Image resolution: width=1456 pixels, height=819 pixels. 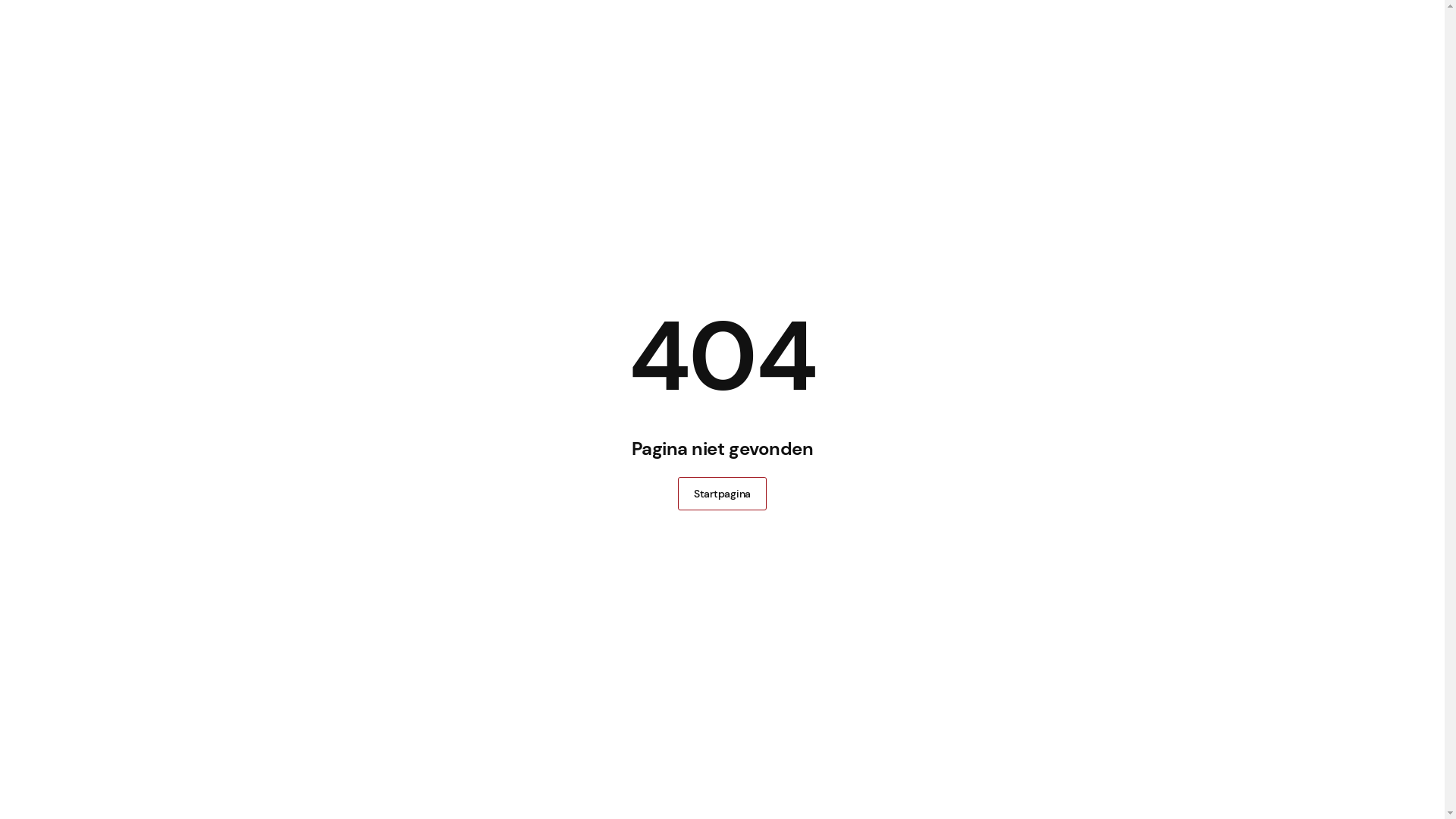 I want to click on 'Startpagina', so click(x=721, y=494).